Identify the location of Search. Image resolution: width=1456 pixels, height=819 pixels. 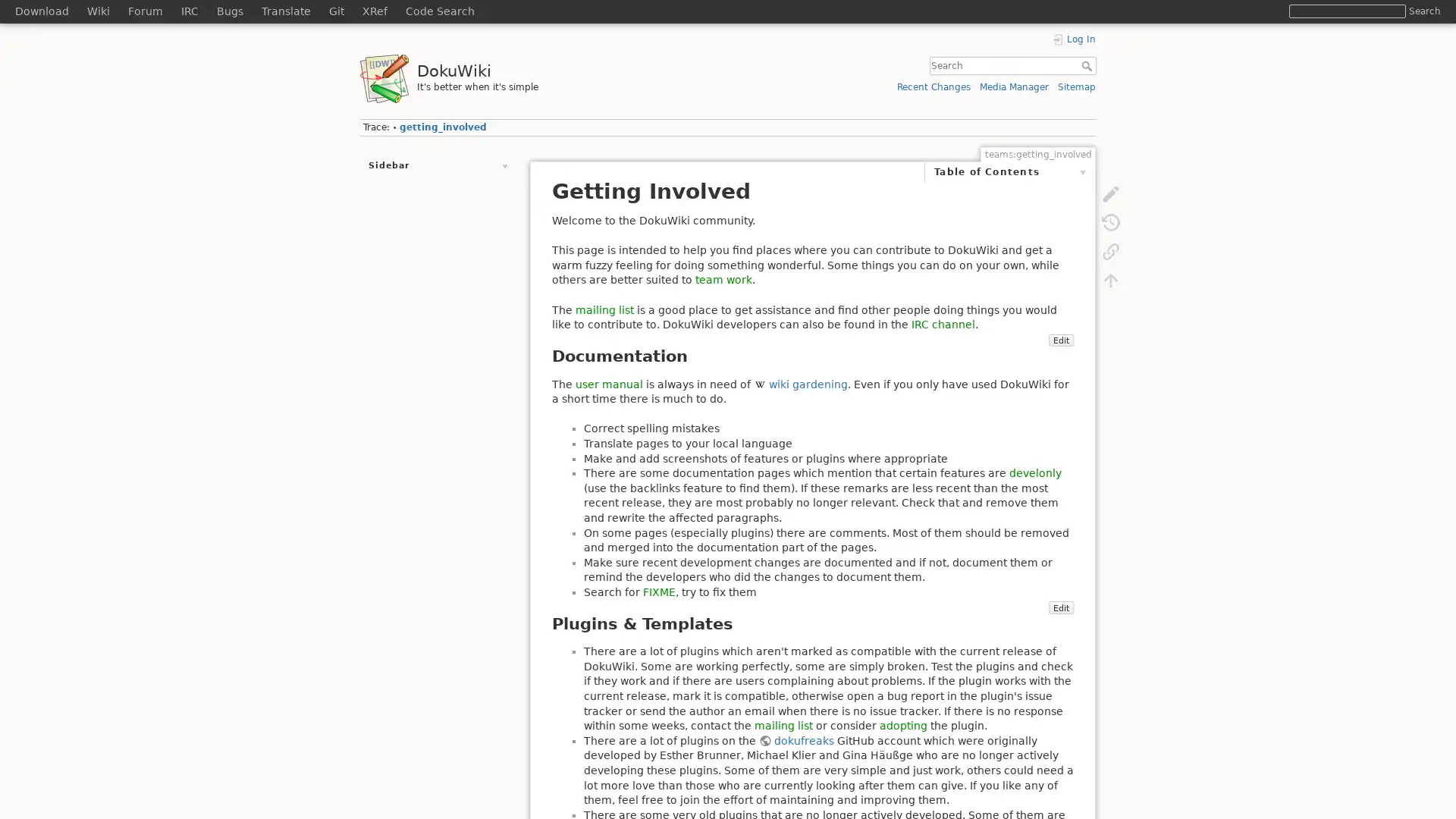
(1087, 65).